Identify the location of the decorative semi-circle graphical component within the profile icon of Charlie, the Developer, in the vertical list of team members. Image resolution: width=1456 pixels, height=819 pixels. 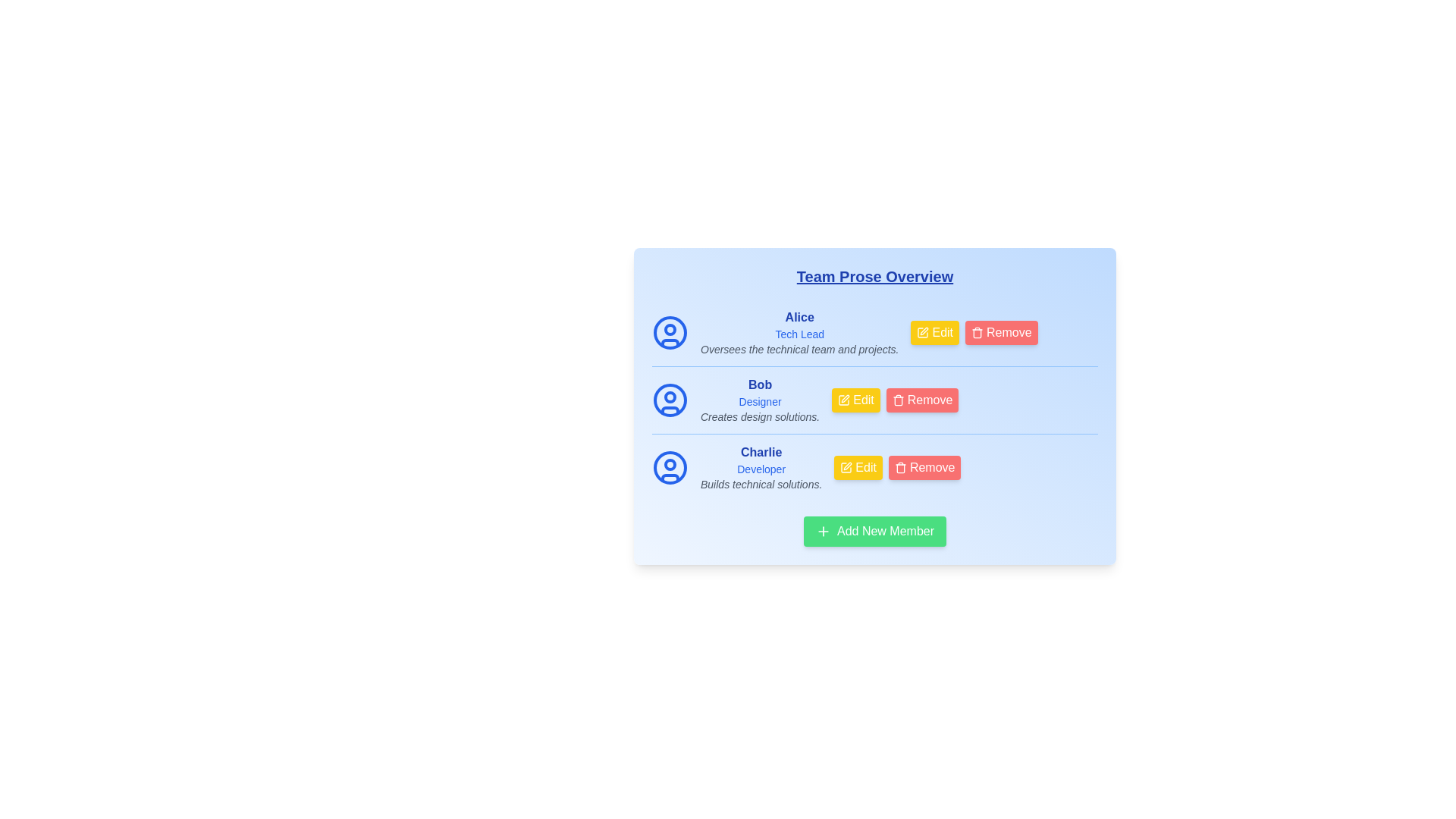
(669, 476).